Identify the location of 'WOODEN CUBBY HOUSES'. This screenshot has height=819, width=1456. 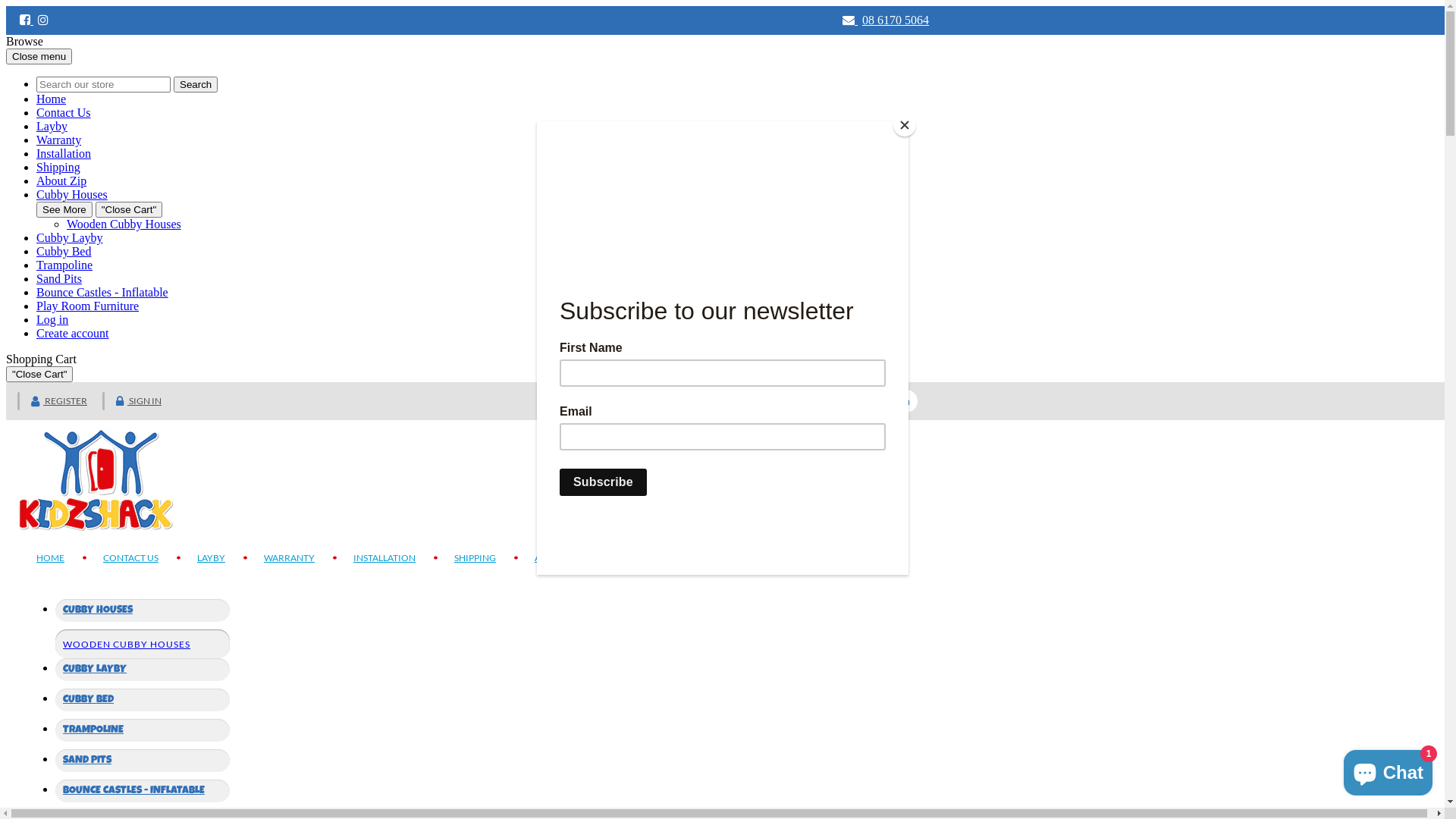
(127, 644).